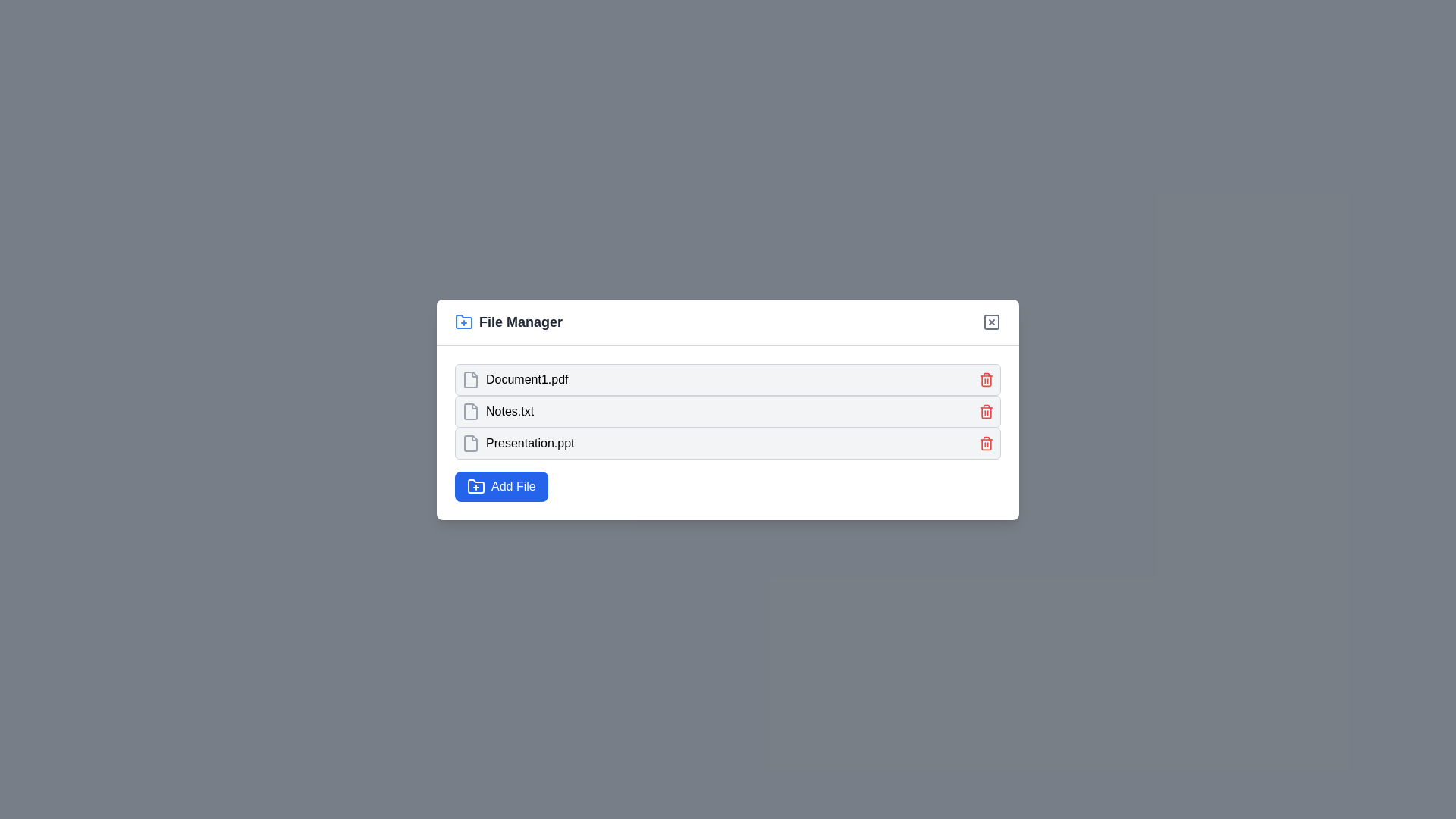 Image resolution: width=1456 pixels, height=819 pixels. Describe the element at coordinates (469, 378) in the screenshot. I see `the icon located to the left of the text 'Document1.pdf' in the file list display, which is part of the first row in the list` at that location.